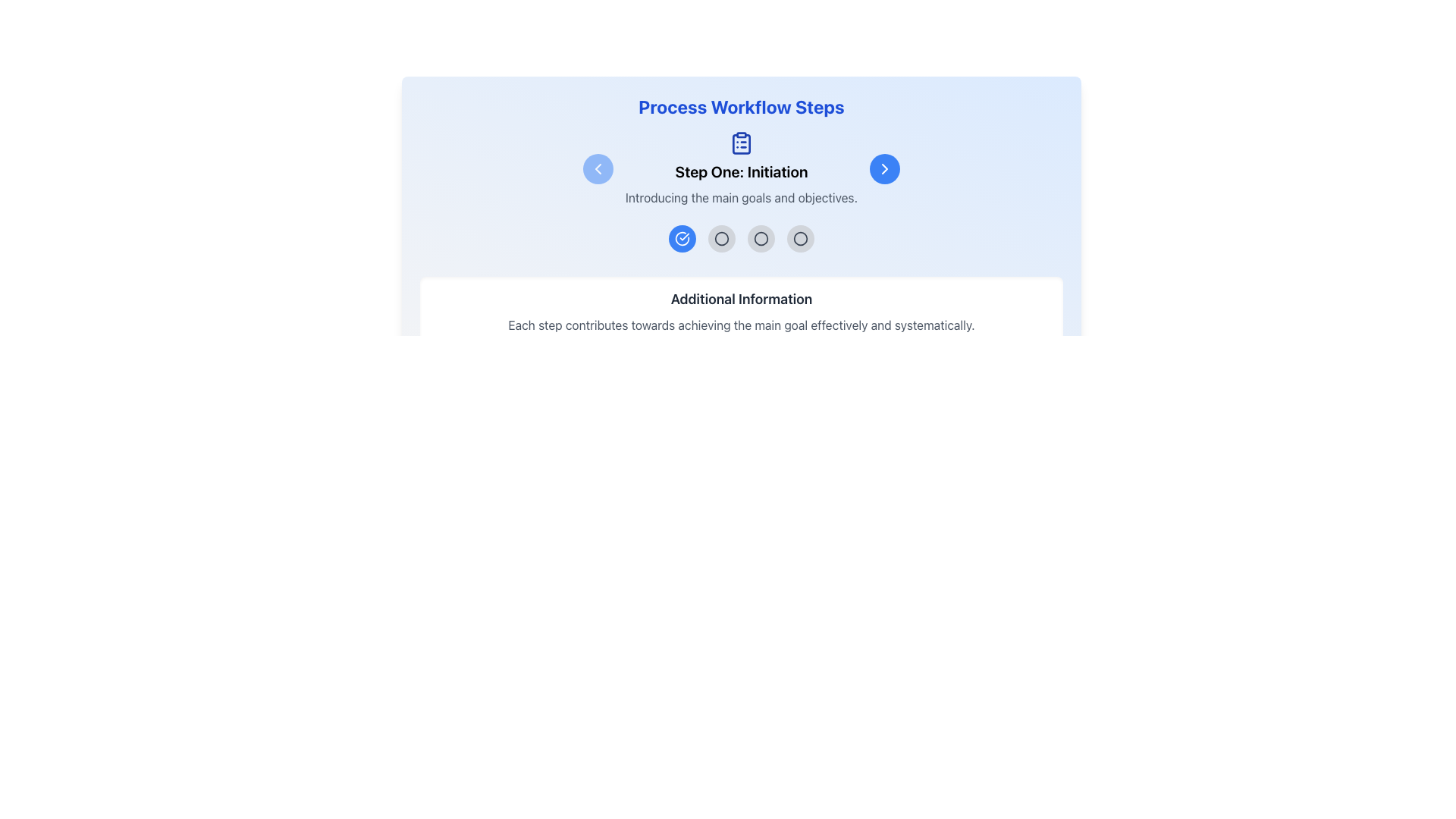  Describe the element at coordinates (742, 169) in the screenshot. I see `text content of the Informational Block that contains a blue clipboard icon, the title 'Step One: Initiation', and the description 'Introducing the main goals and objectives.'` at that location.